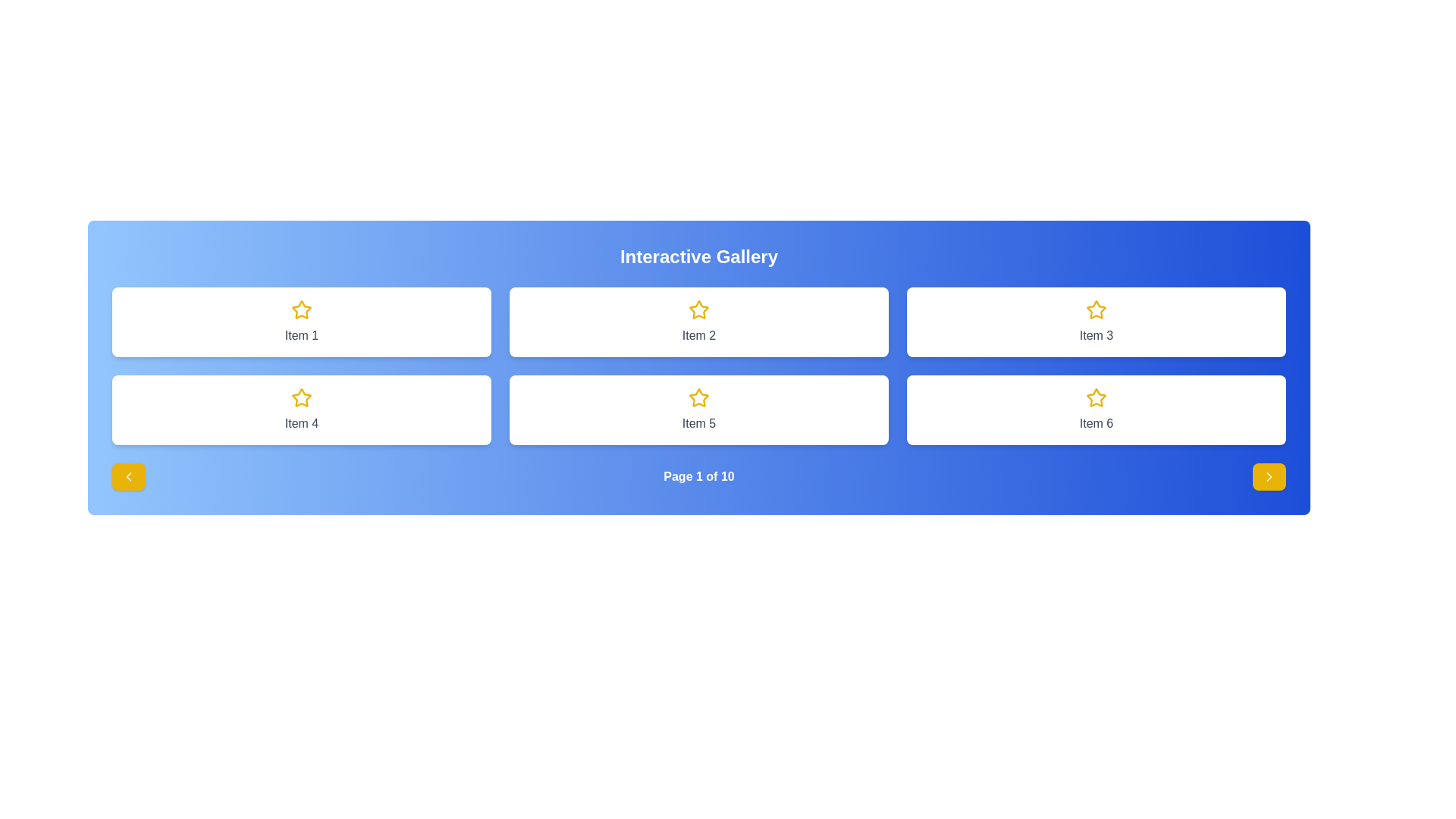 The width and height of the screenshot is (1456, 819). Describe the element at coordinates (698, 397) in the screenshot. I see `the star icon representing the rating or favorite option in the 'Item 5' section` at that location.